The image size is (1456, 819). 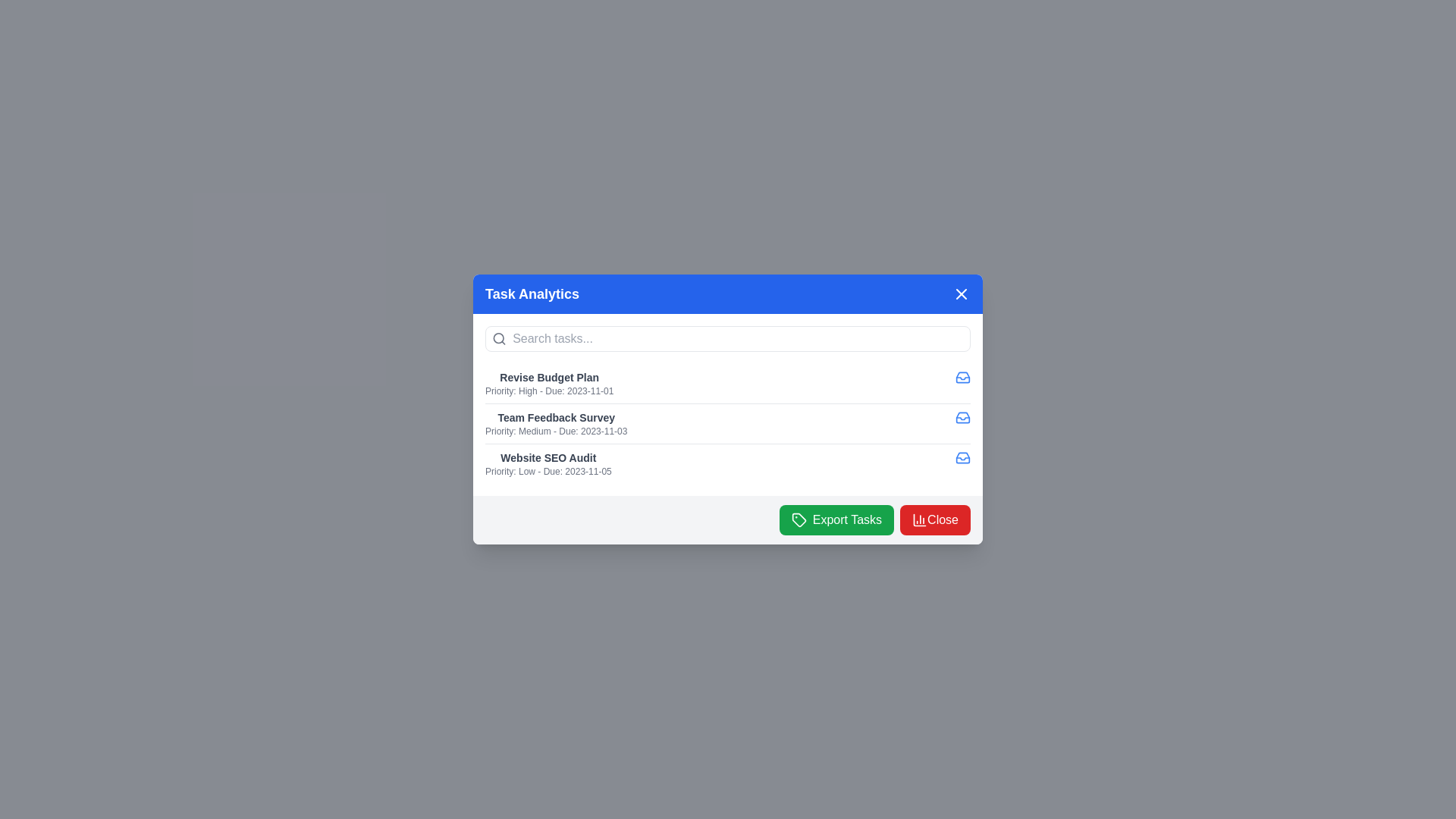 I want to click on information displayed in the list item titled 'Revise Budget Plan' which includes the priority level 'High' and due date '2023-11-01', so click(x=548, y=382).